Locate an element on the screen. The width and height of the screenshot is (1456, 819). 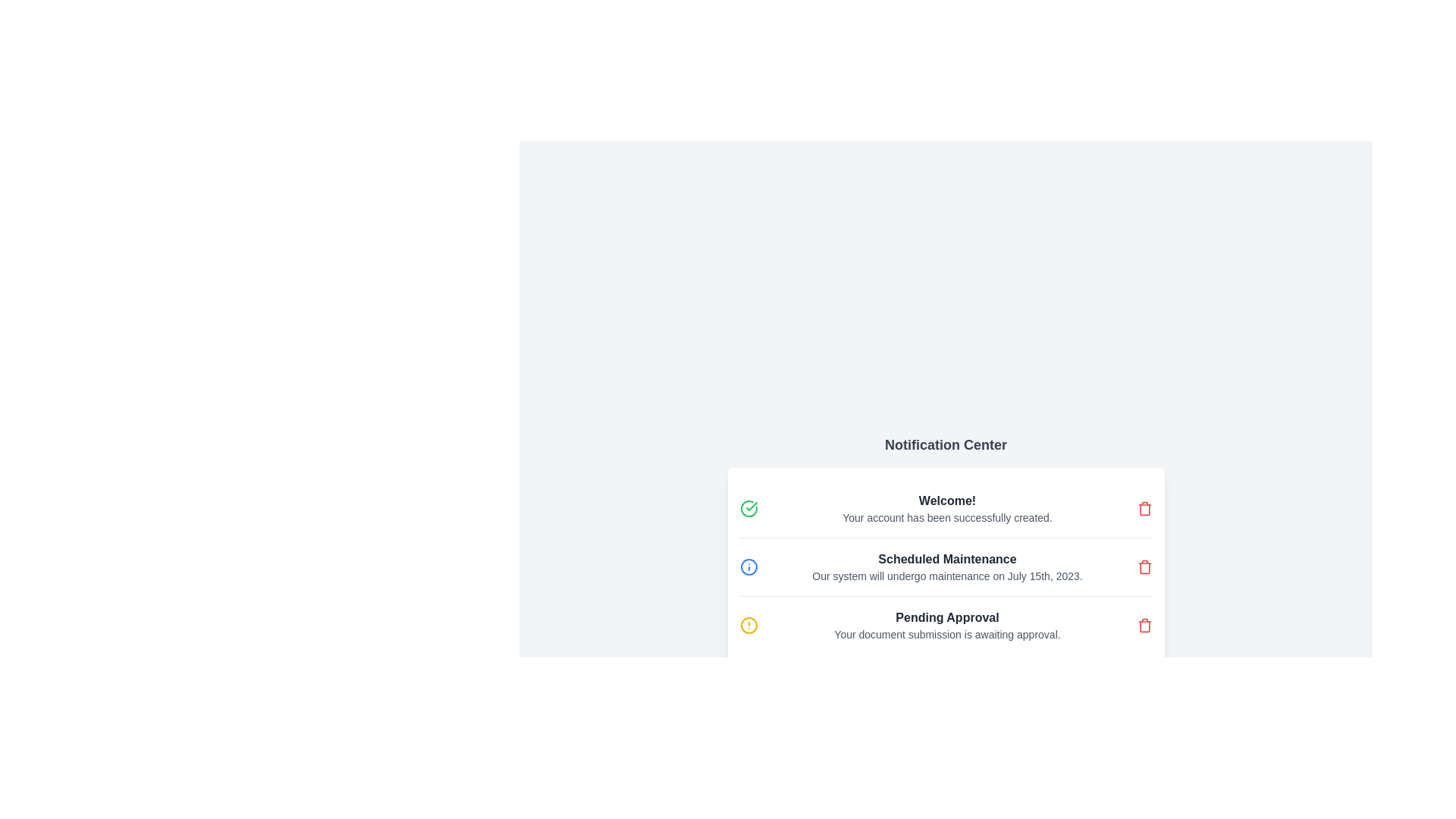
information displayed in the second notification card inside the 'Notification Center' panel, which informs the user about scheduled system maintenance is located at coordinates (945, 550).